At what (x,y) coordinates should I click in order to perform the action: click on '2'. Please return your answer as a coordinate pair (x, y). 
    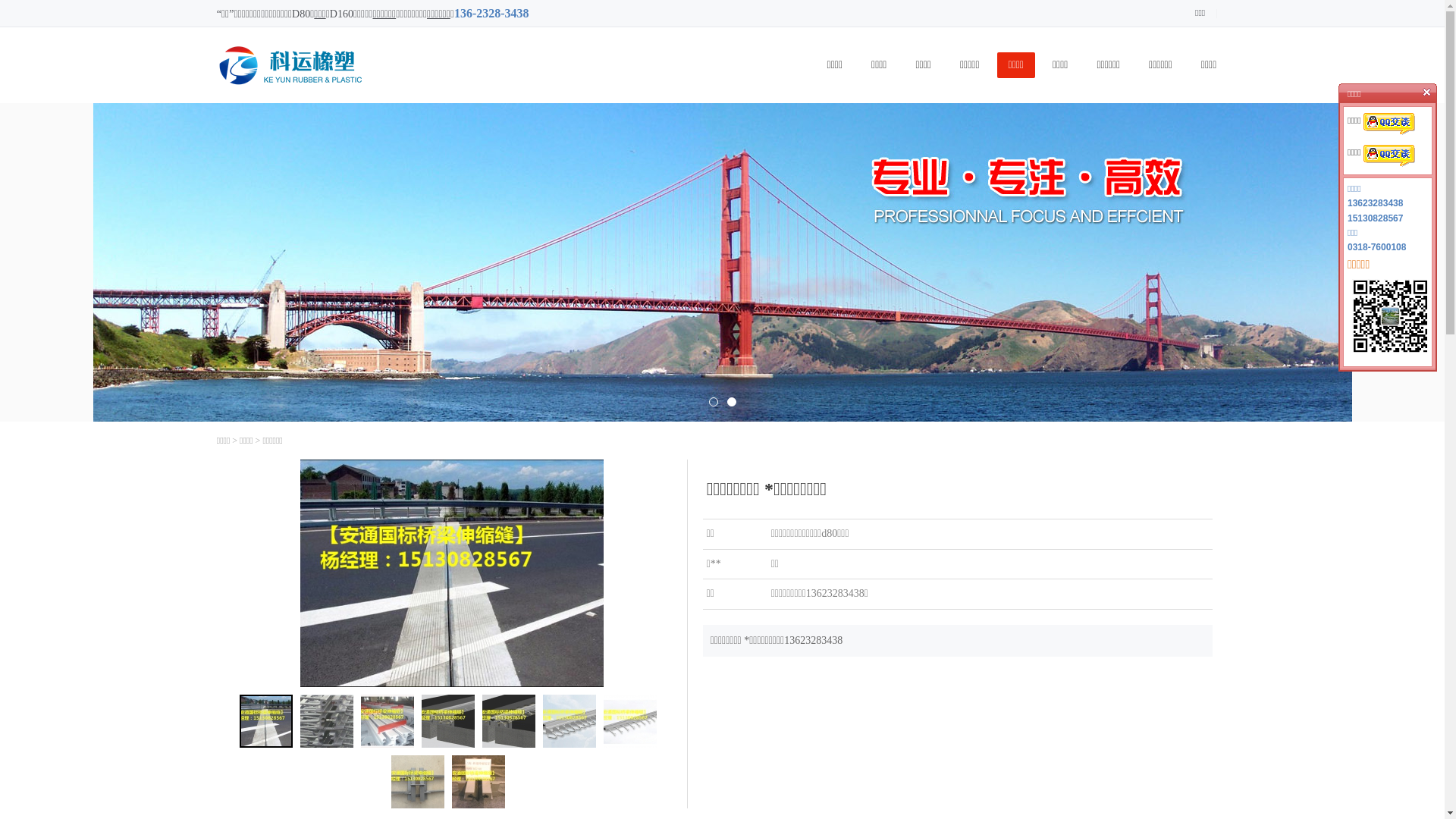
    Looking at the image, I should click on (731, 400).